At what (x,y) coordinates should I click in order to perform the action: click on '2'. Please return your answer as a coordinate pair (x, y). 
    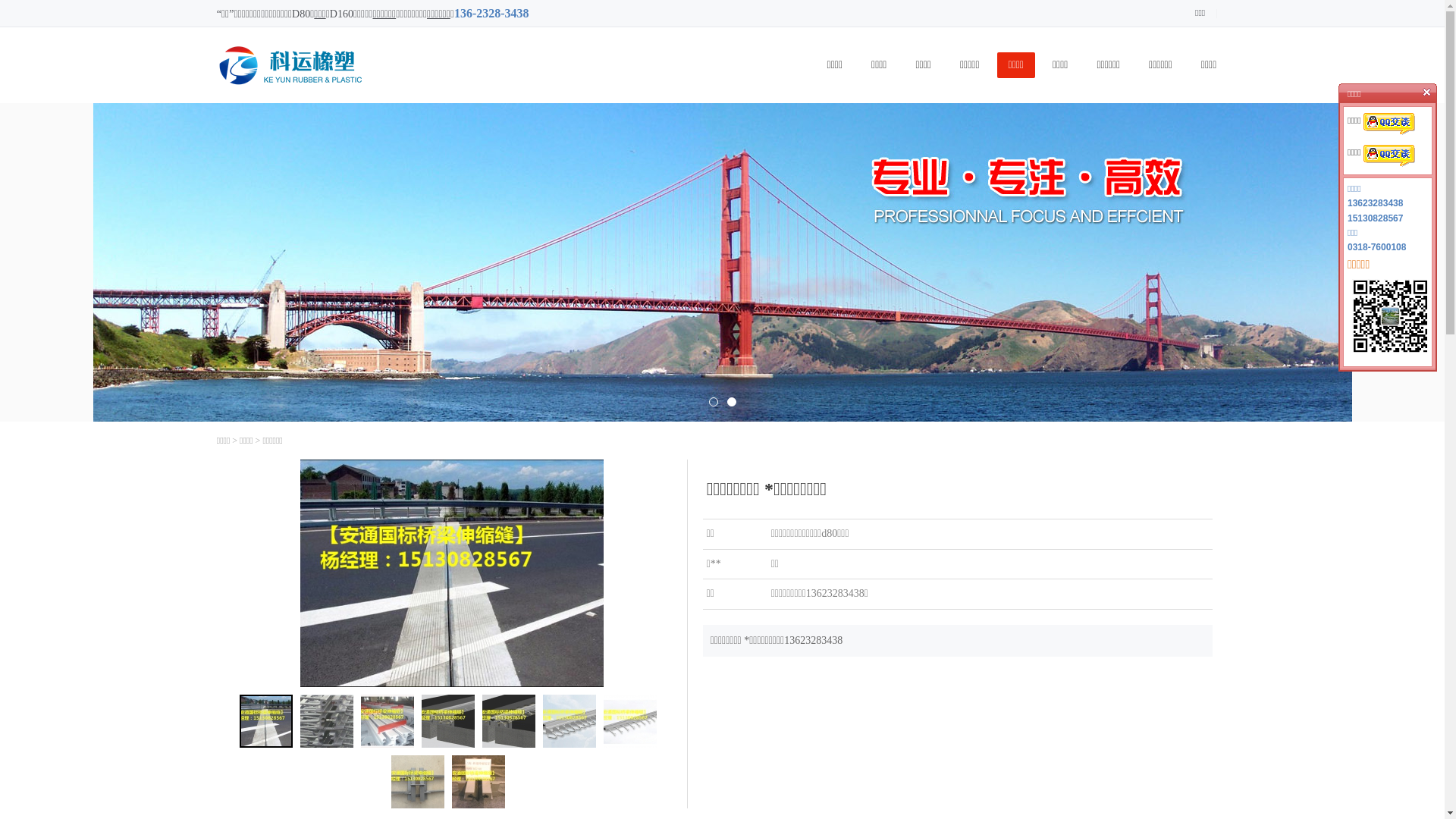
    Looking at the image, I should click on (731, 400).